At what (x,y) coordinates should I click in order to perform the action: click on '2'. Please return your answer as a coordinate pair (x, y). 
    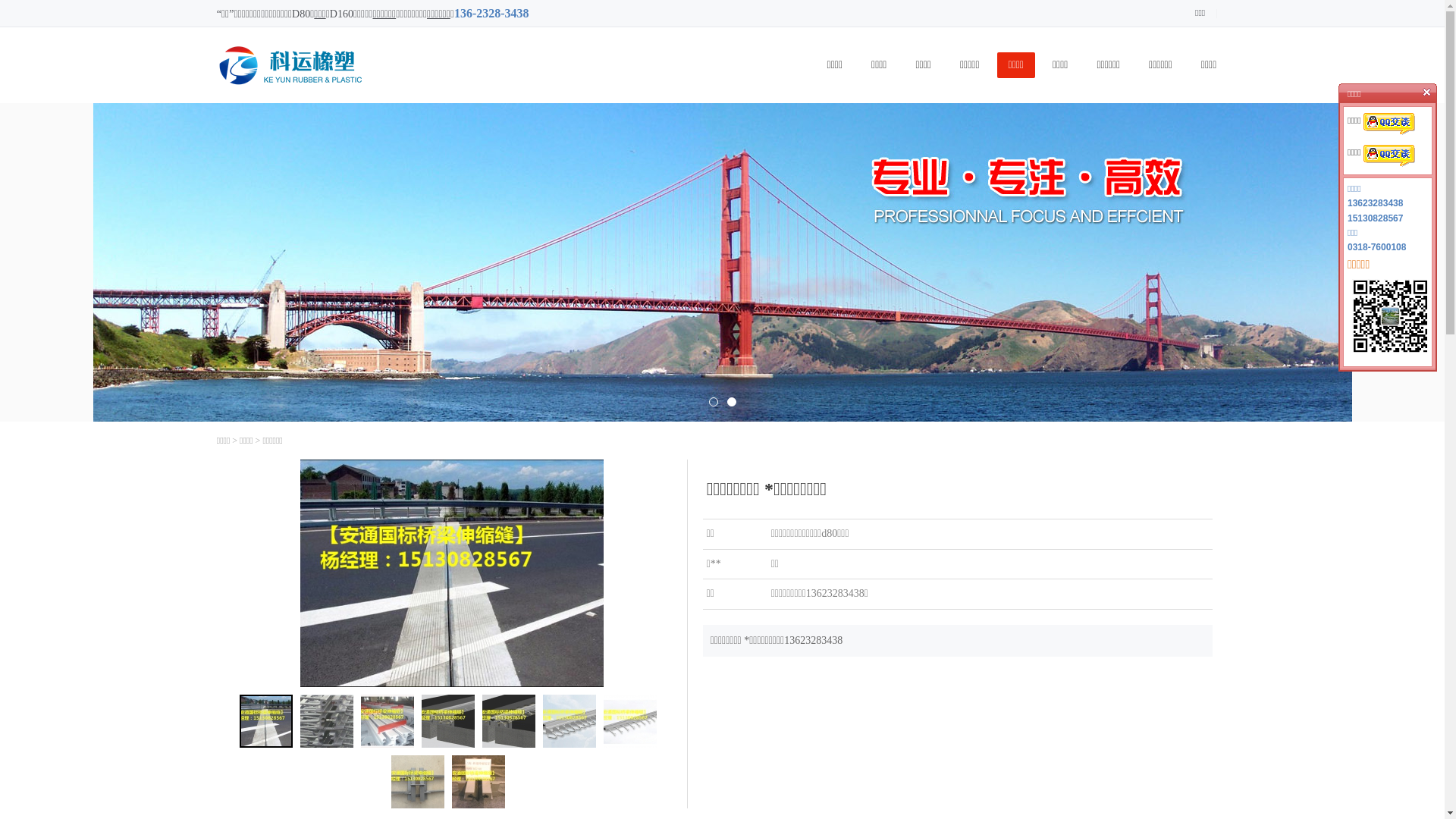
    Looking at the image, I should click on (731, 400).